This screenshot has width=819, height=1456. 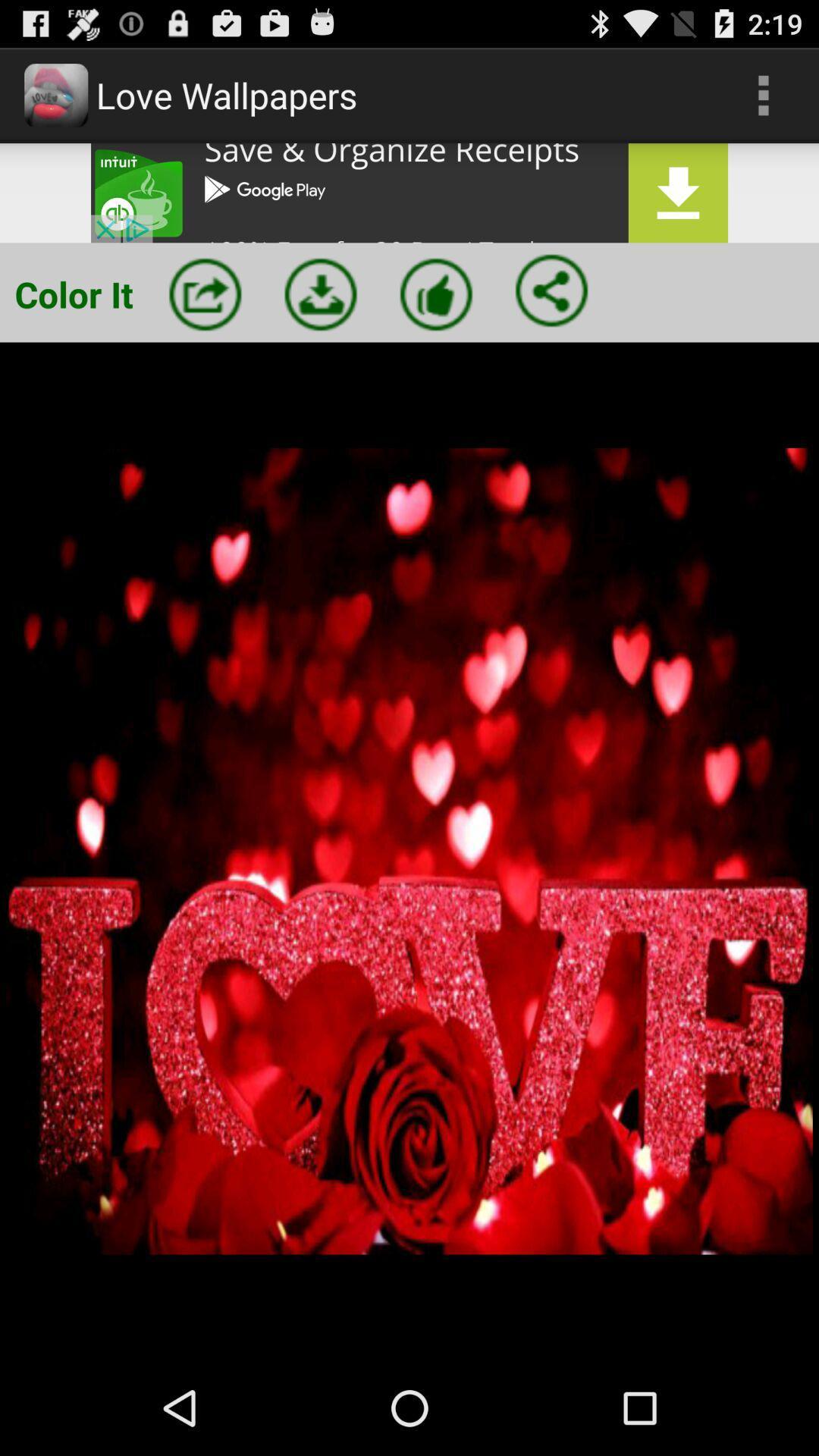 What do you see at coordinates (551, 290) in the screenshot?
I see `share the wallpaper` at bounding box center [551, 290].